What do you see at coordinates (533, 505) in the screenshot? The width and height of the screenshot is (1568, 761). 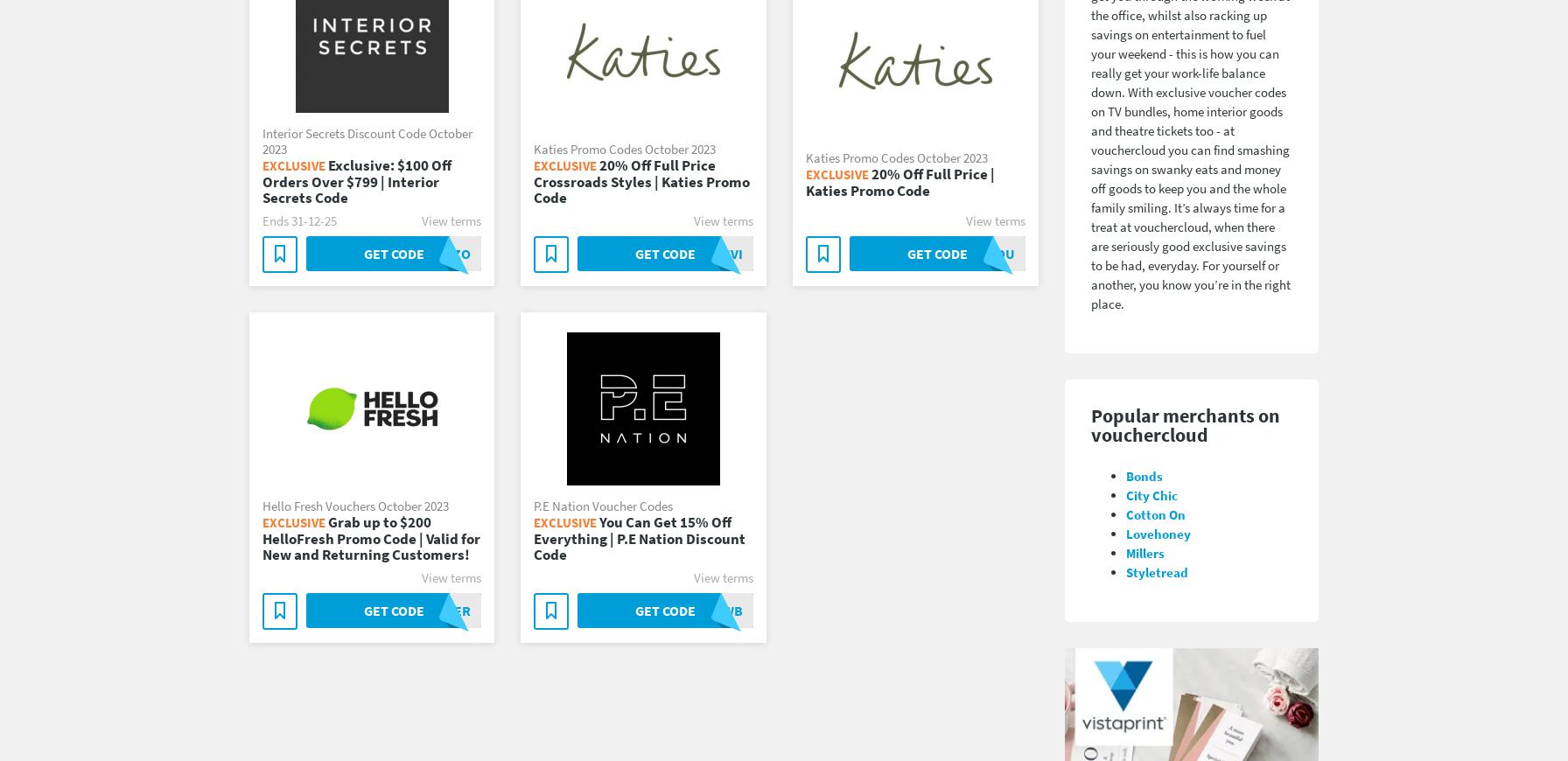 I see `'P.E Nation Voucher Codes'` at bounding box center [533, 505].